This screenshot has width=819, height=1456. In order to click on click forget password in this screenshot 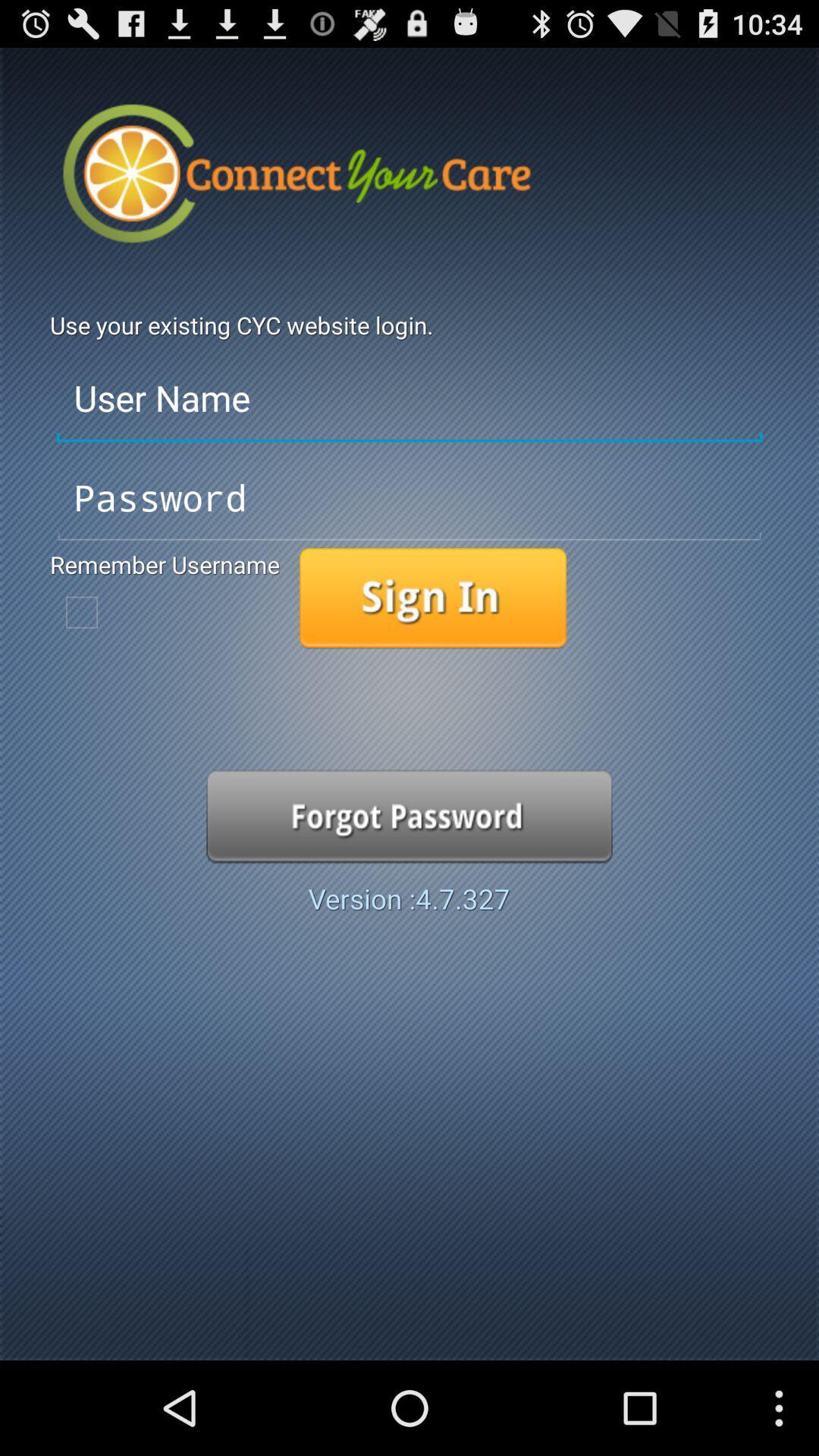, I will do `click(409, 815)`.